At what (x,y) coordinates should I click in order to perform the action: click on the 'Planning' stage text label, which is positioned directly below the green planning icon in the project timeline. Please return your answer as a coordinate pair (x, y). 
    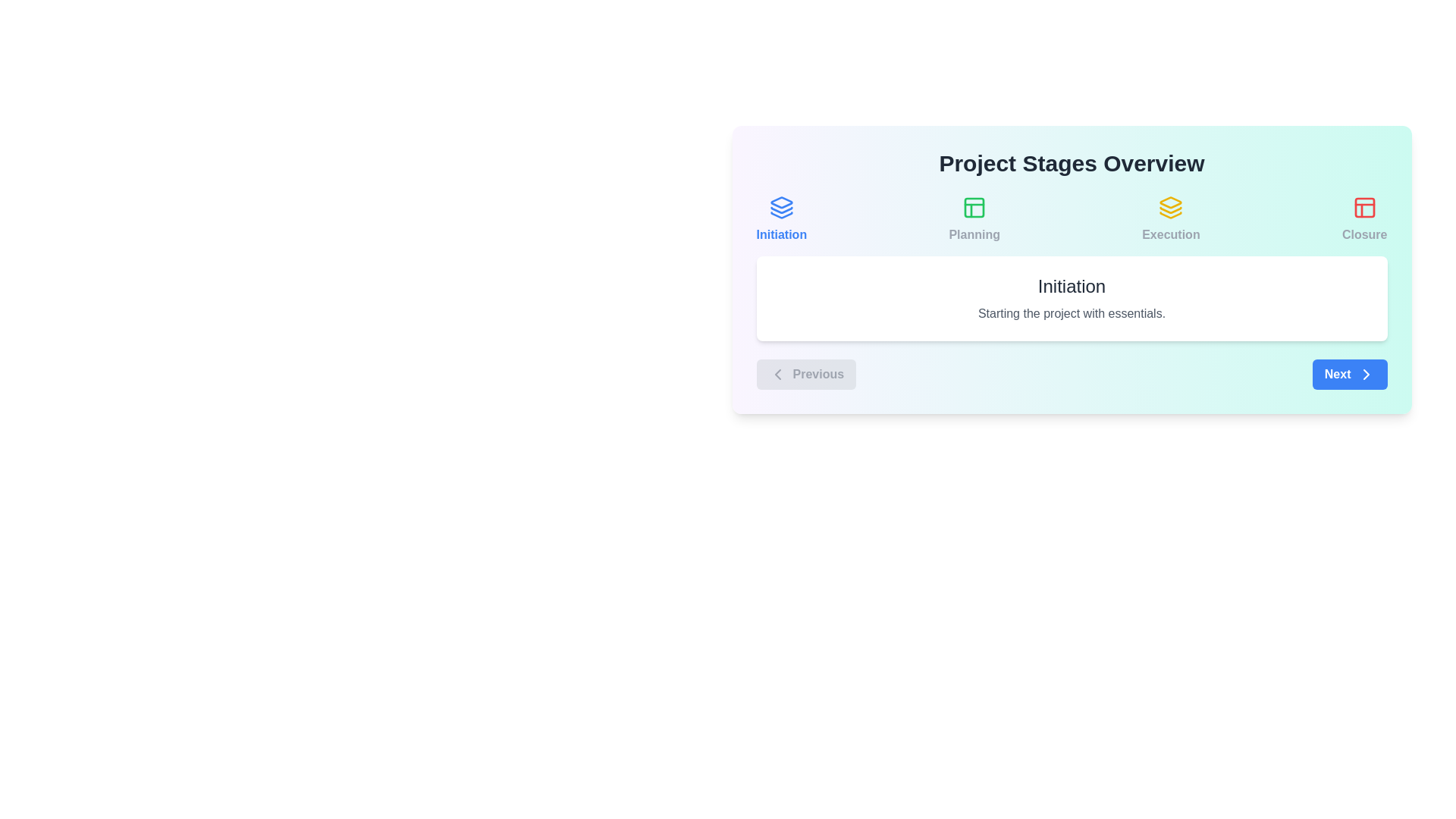
    Looking at the image, I should click on (974, 234).